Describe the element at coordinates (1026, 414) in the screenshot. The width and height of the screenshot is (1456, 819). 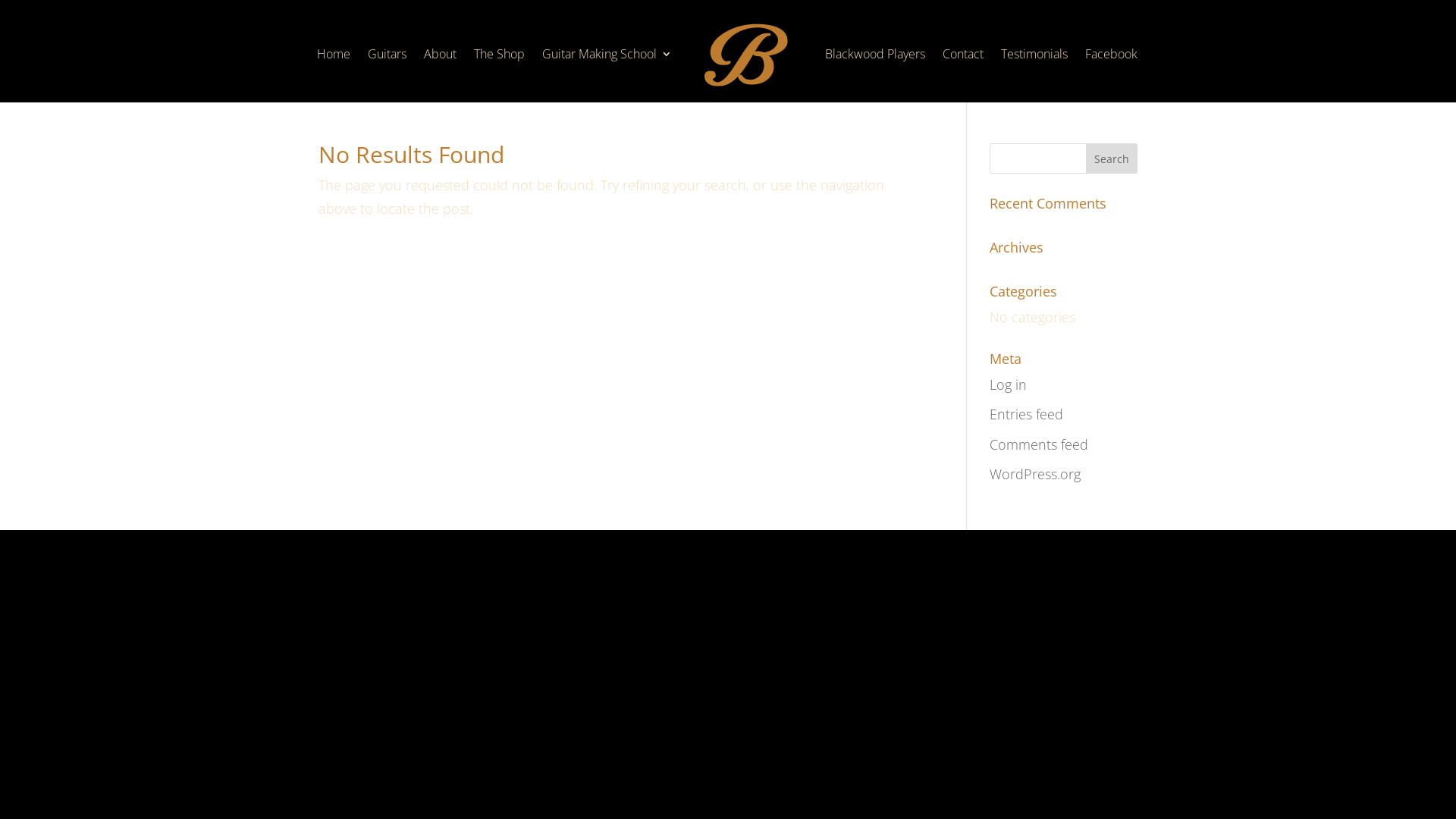
I see `'Entries feed'` at that location.